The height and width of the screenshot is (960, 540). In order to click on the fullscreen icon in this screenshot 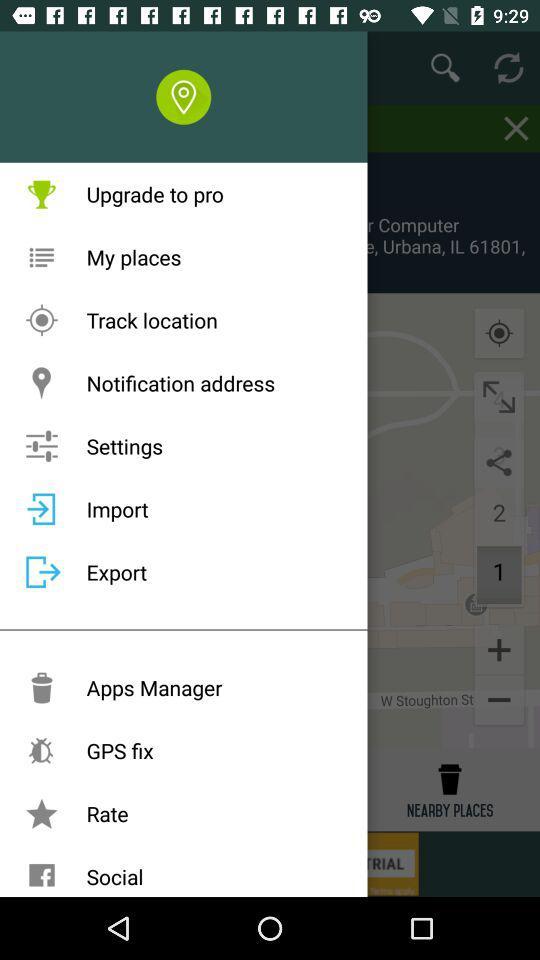, I will do `click(498, 396)`.